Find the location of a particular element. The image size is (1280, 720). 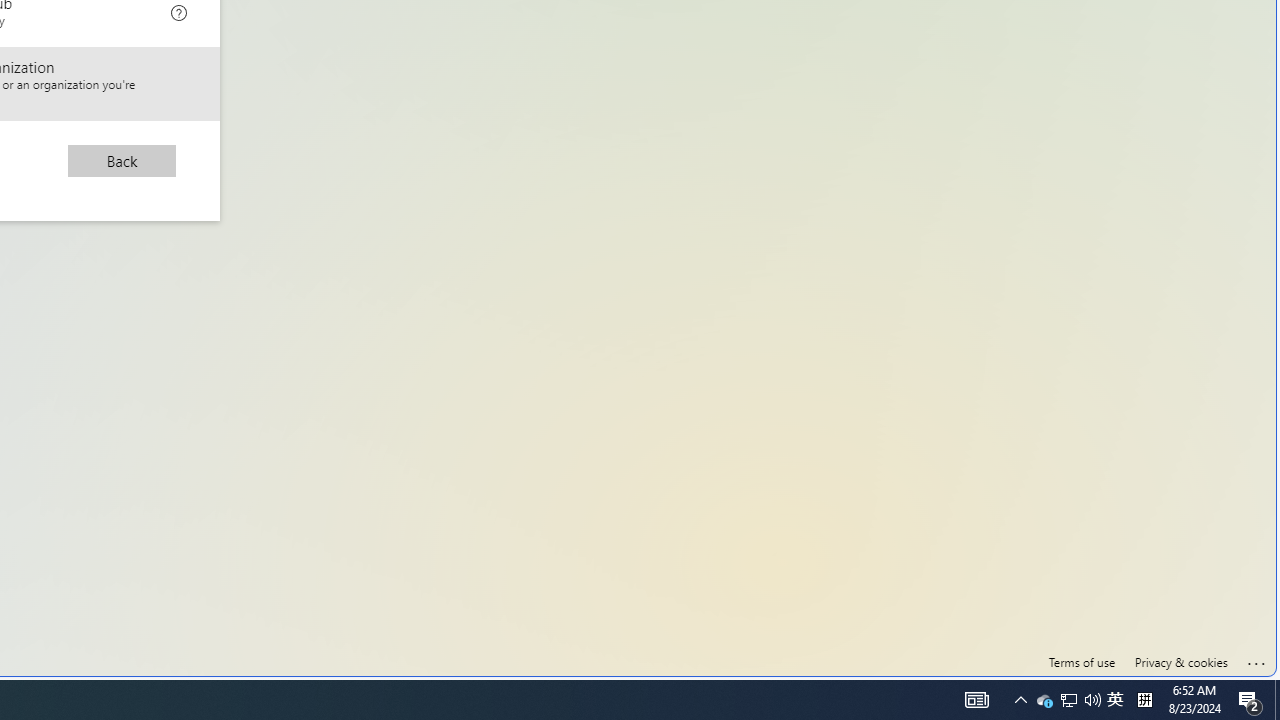

'Terms of use' is located at coordinates (1081, 662).